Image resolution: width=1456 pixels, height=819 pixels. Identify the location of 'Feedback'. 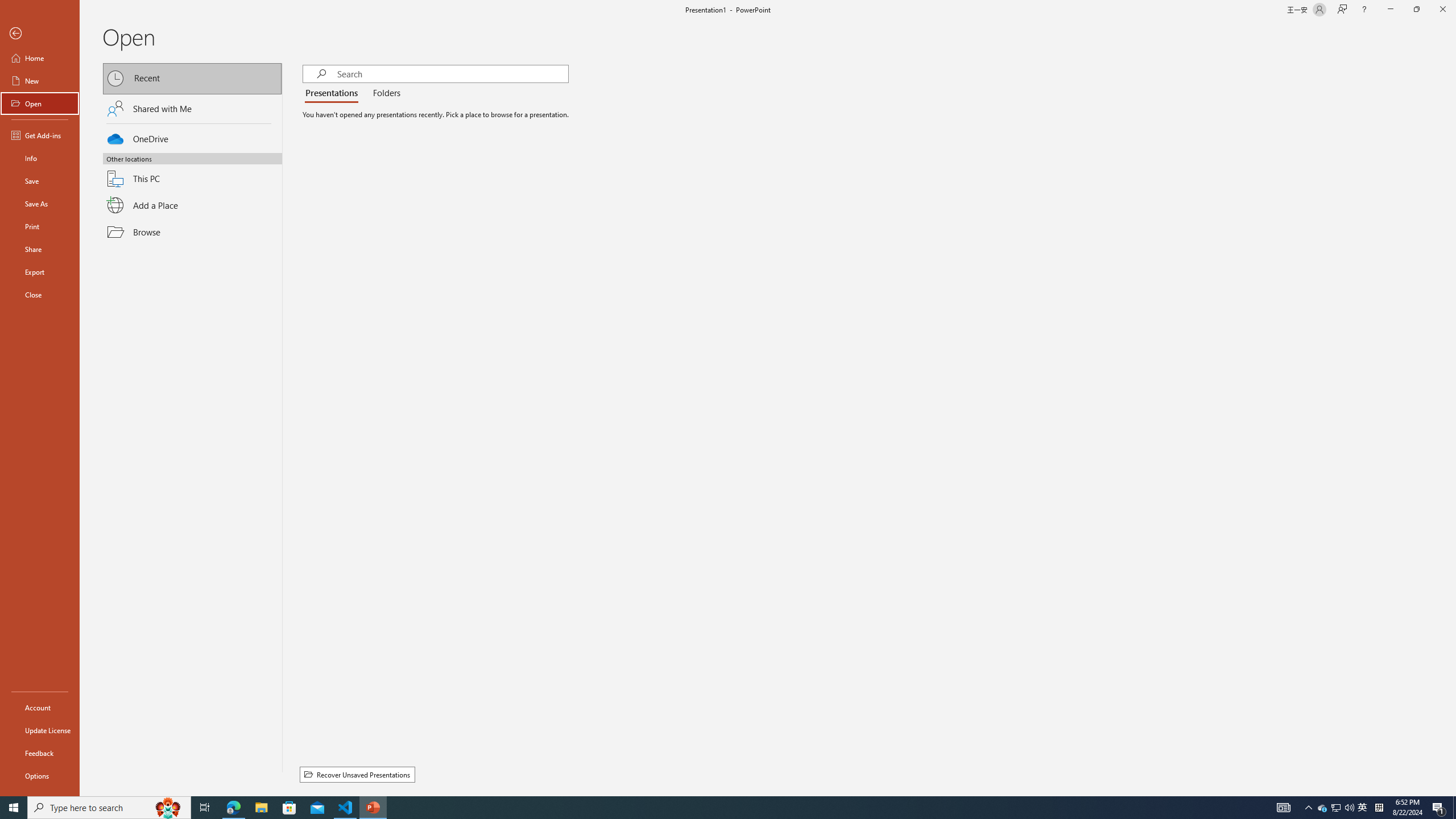
(39, 753).